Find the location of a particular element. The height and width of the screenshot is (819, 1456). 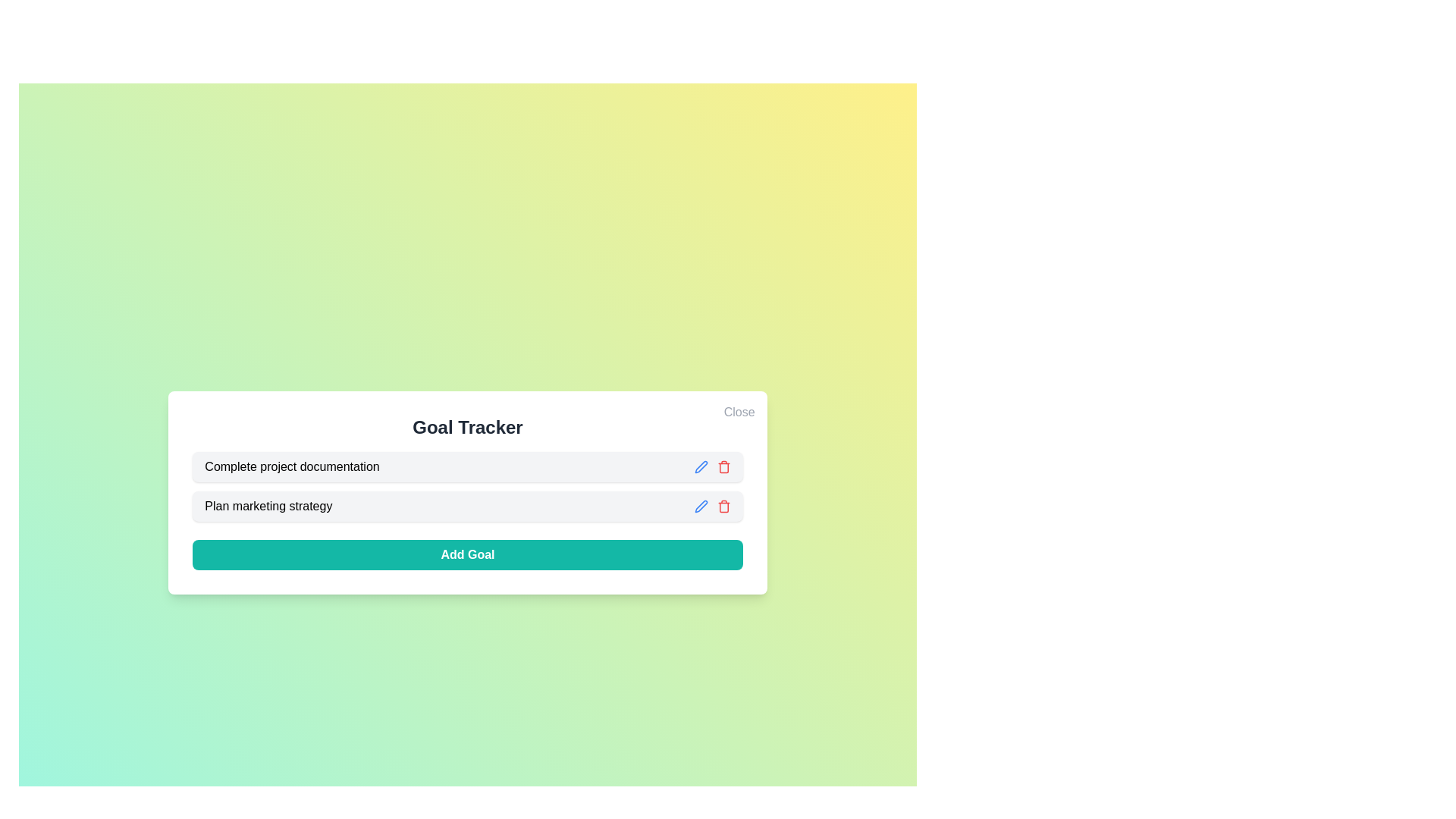

the delete icon for the goal Complete project documentation is located at coordinates (723, 466).